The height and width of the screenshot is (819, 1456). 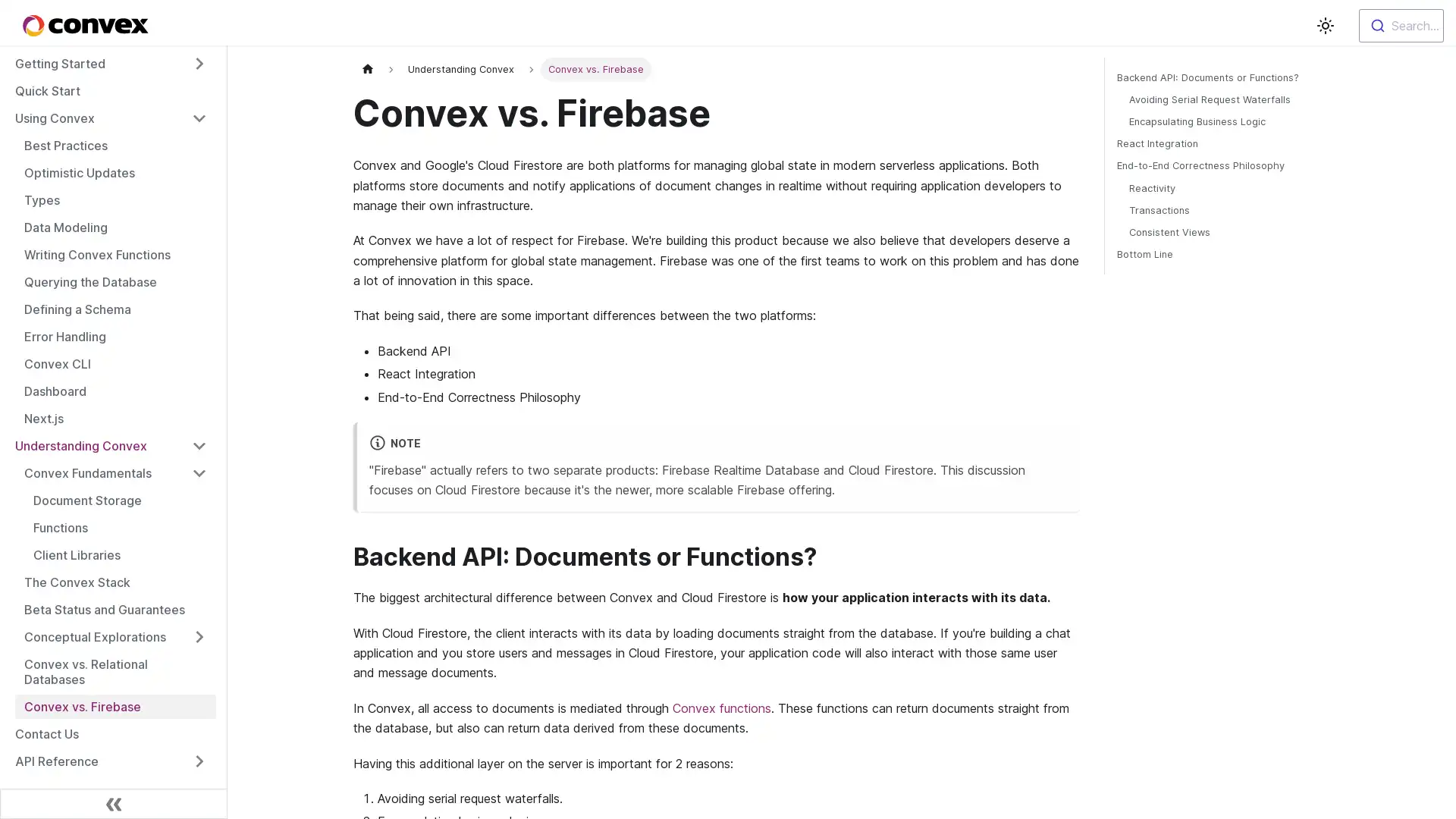 What do you see at coordinates (199, 637) in the screenshot?
I see `Toggle the collapsible sidebar category 'Conceptual Explorations'` at bounding box center [199, 637].